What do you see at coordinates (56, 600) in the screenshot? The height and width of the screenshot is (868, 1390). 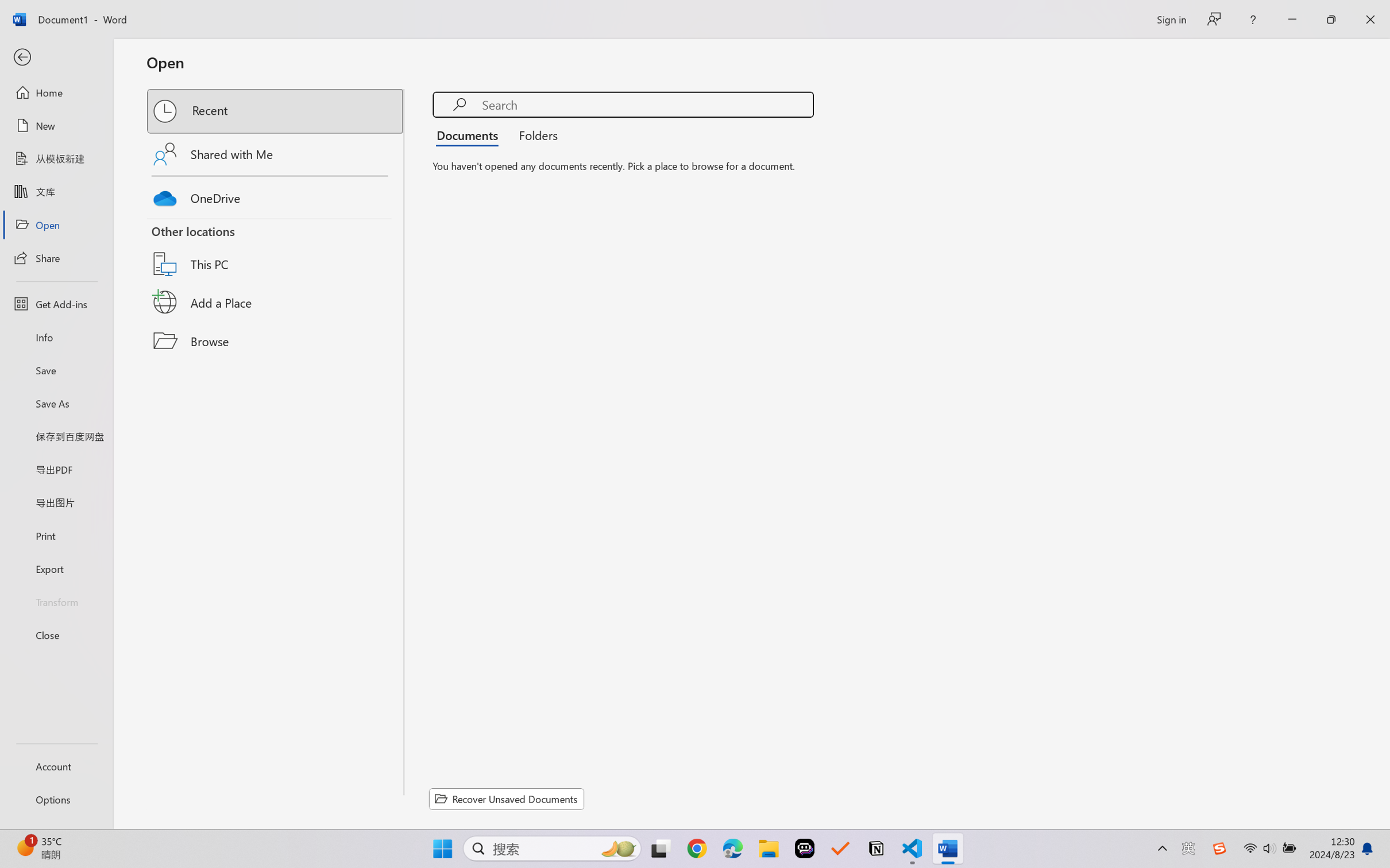 I see `'Transform'` at bounding box center [56, 600].